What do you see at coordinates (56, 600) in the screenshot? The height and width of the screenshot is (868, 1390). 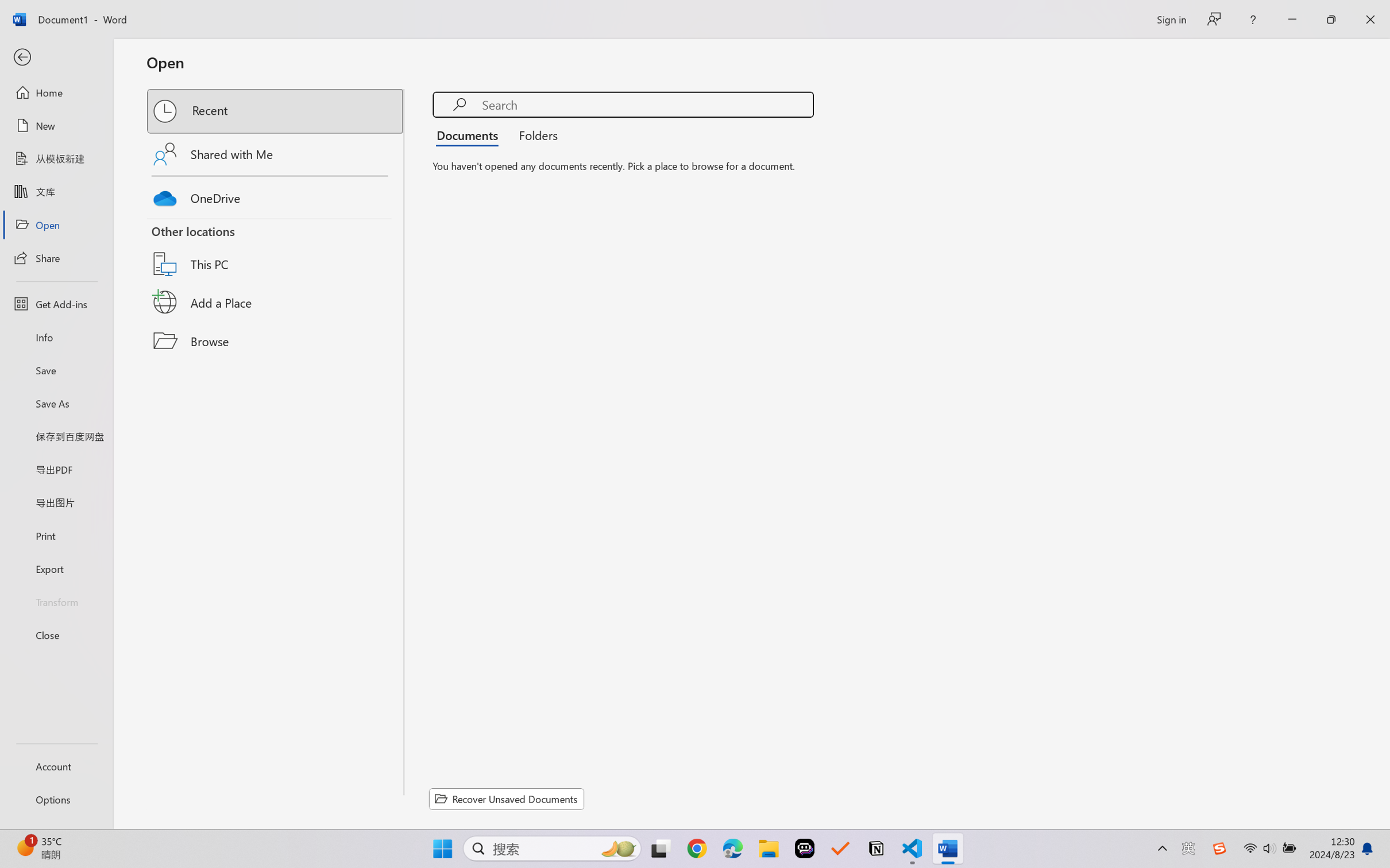 I see `'Transform'` at bounding box center [56, 600].